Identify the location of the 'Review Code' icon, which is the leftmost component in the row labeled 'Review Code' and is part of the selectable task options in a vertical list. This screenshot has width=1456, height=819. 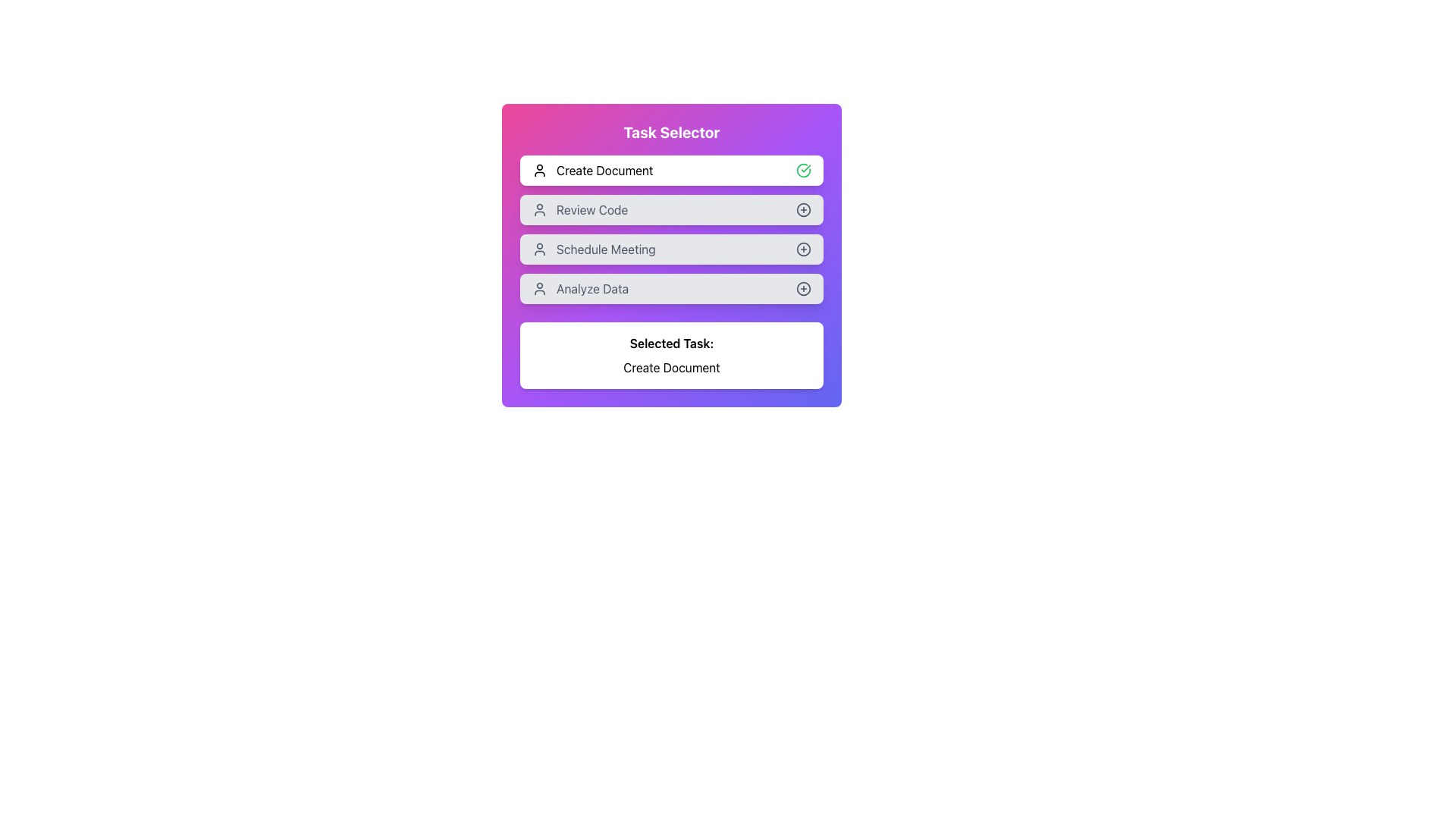
(539, 210).